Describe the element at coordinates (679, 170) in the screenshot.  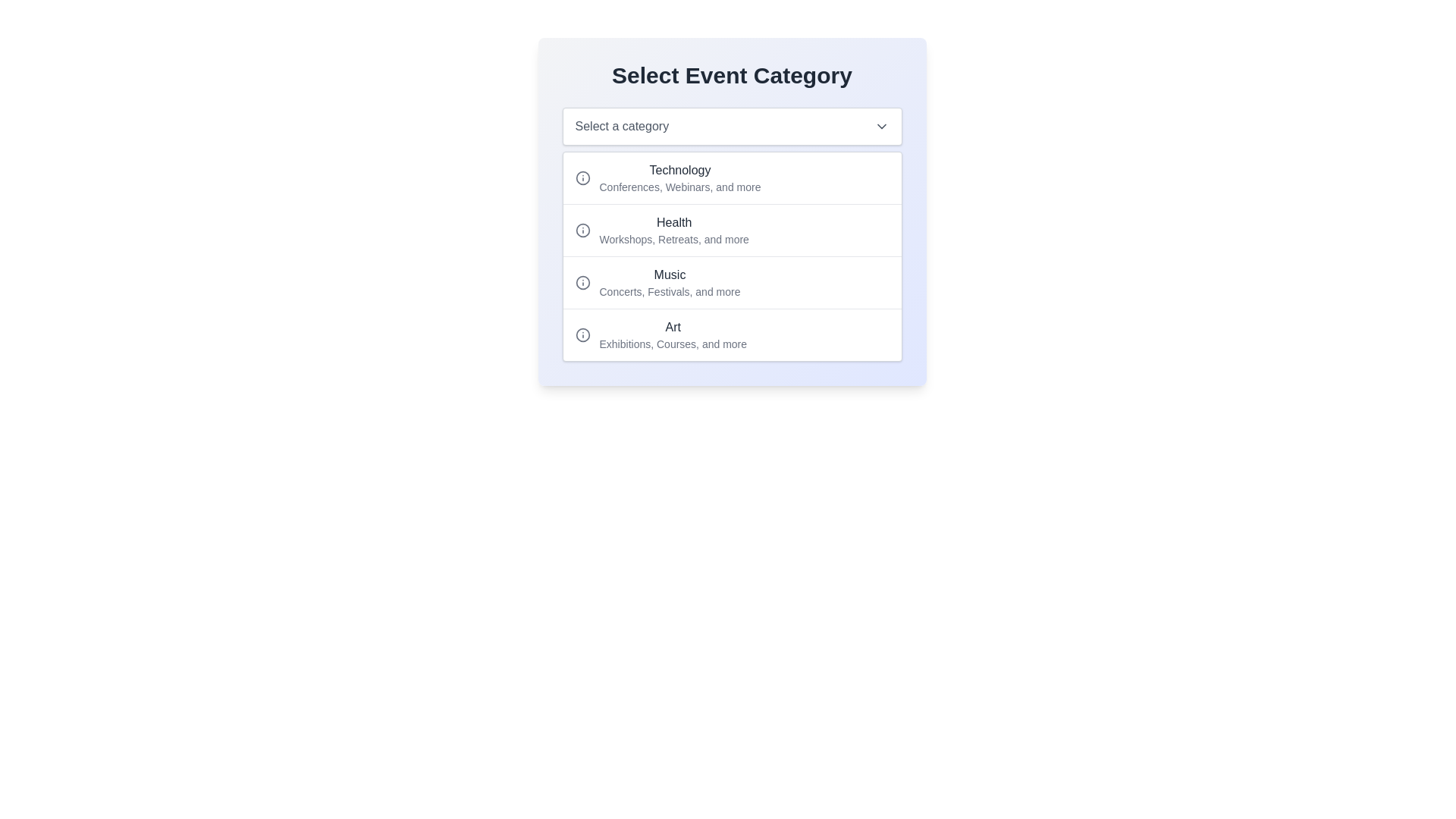
I see `the text label for the 'Technology' category, which serves as the title for the first selectable category in the event selection section` at that location.